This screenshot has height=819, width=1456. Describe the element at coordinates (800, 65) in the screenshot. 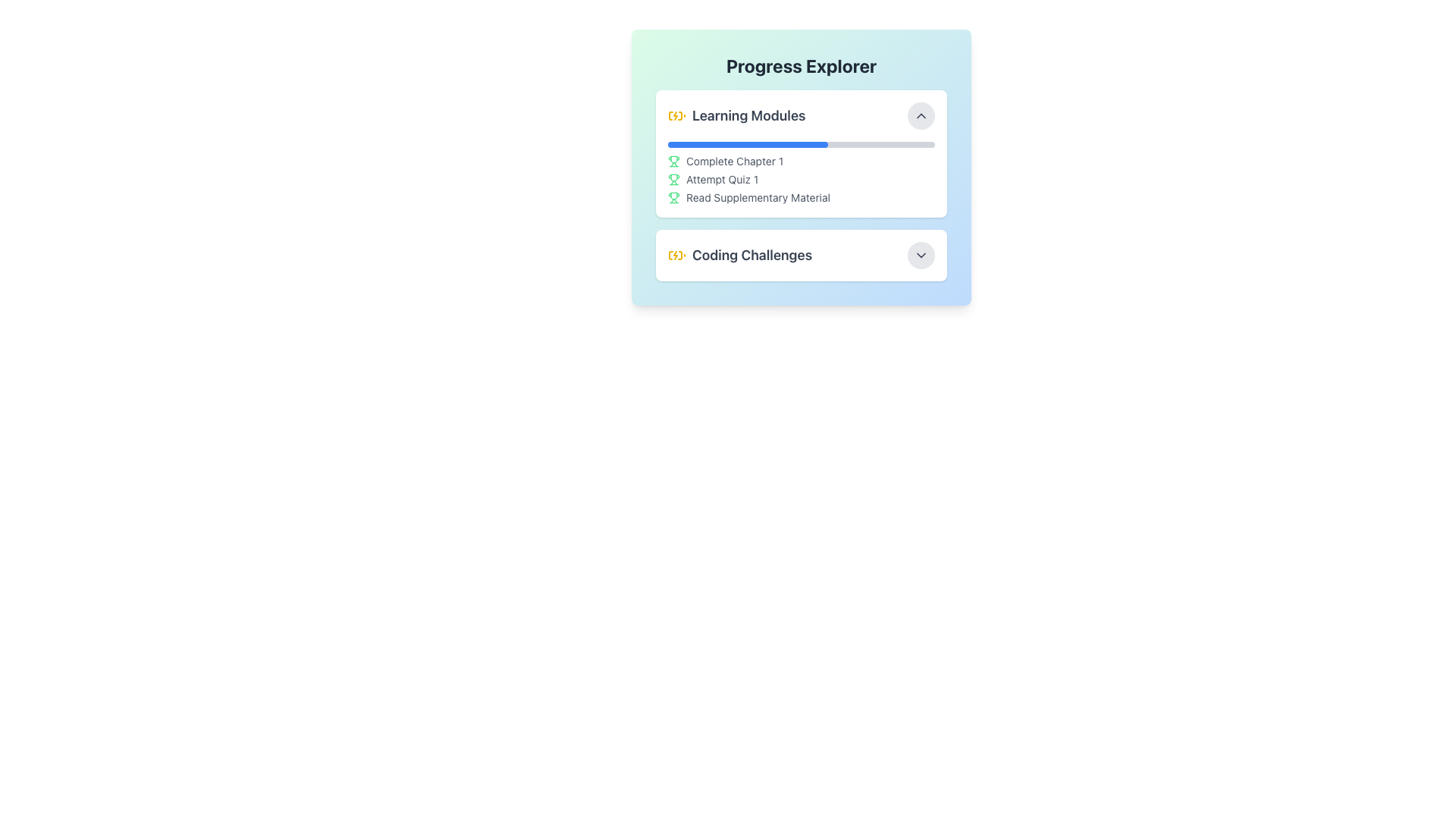

I see `text content of the central header text label indicating 'Progress Explorer'` at that location.